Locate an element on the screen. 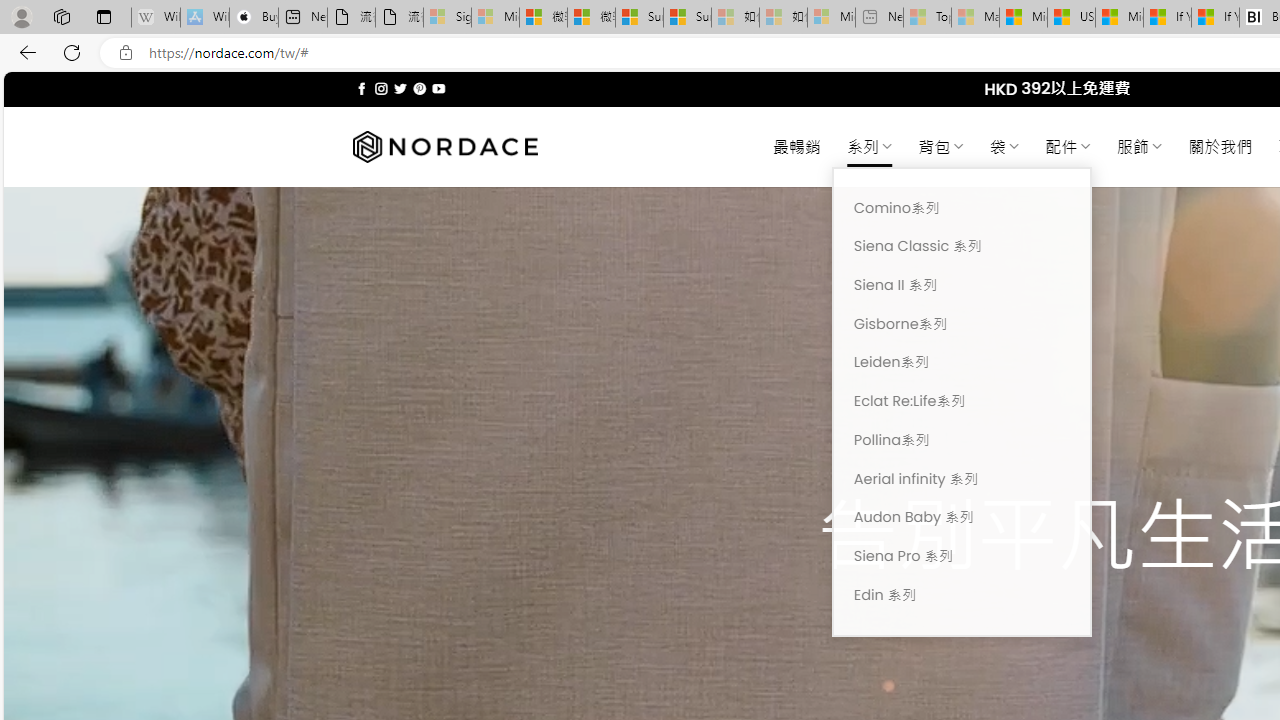 The image size is (1280, 720). 'Follow on Pinterest' is located at coordinates (418, 88).